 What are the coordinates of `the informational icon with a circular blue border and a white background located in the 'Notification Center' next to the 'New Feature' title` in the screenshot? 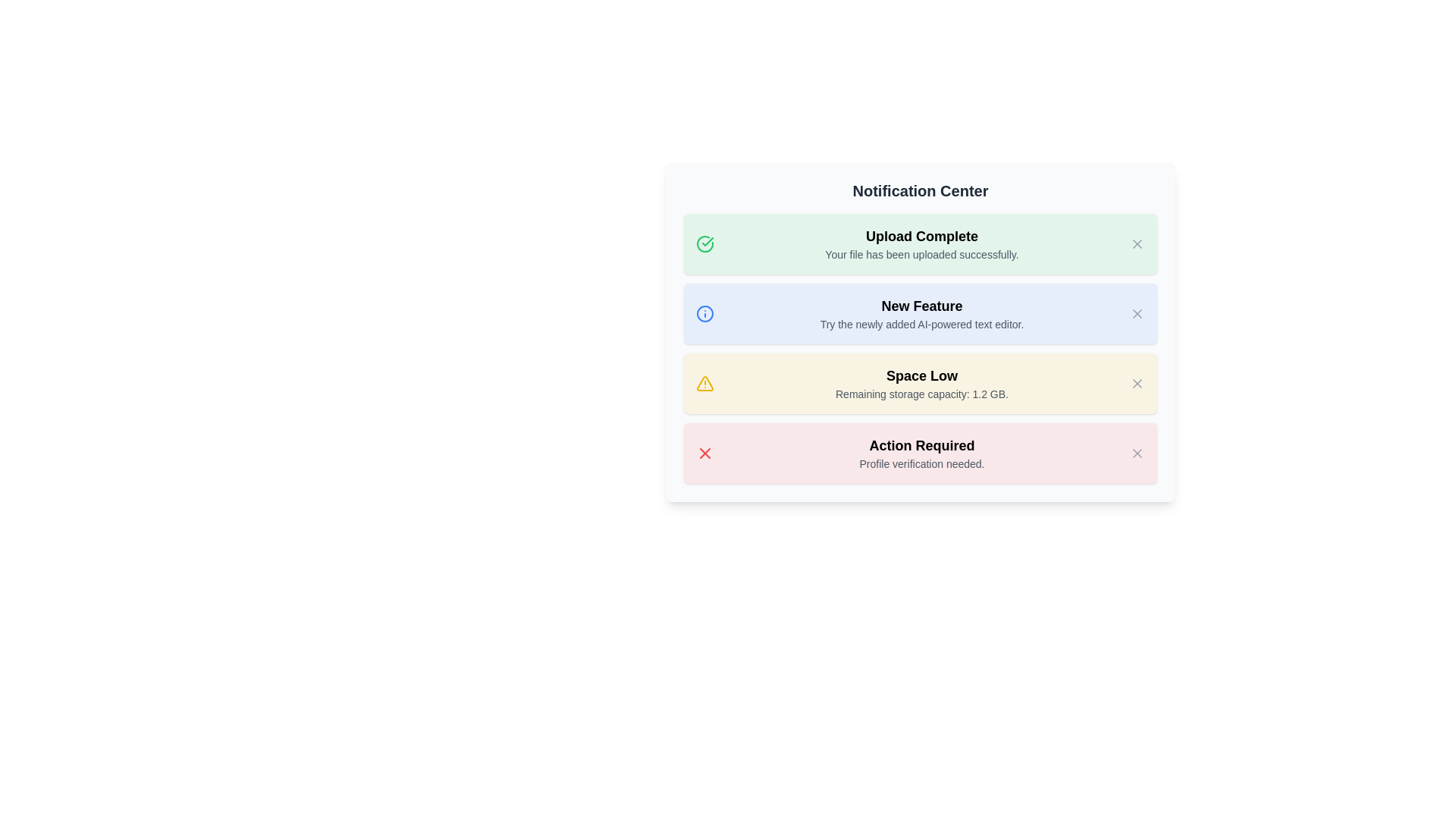 It's located at (704, 312).